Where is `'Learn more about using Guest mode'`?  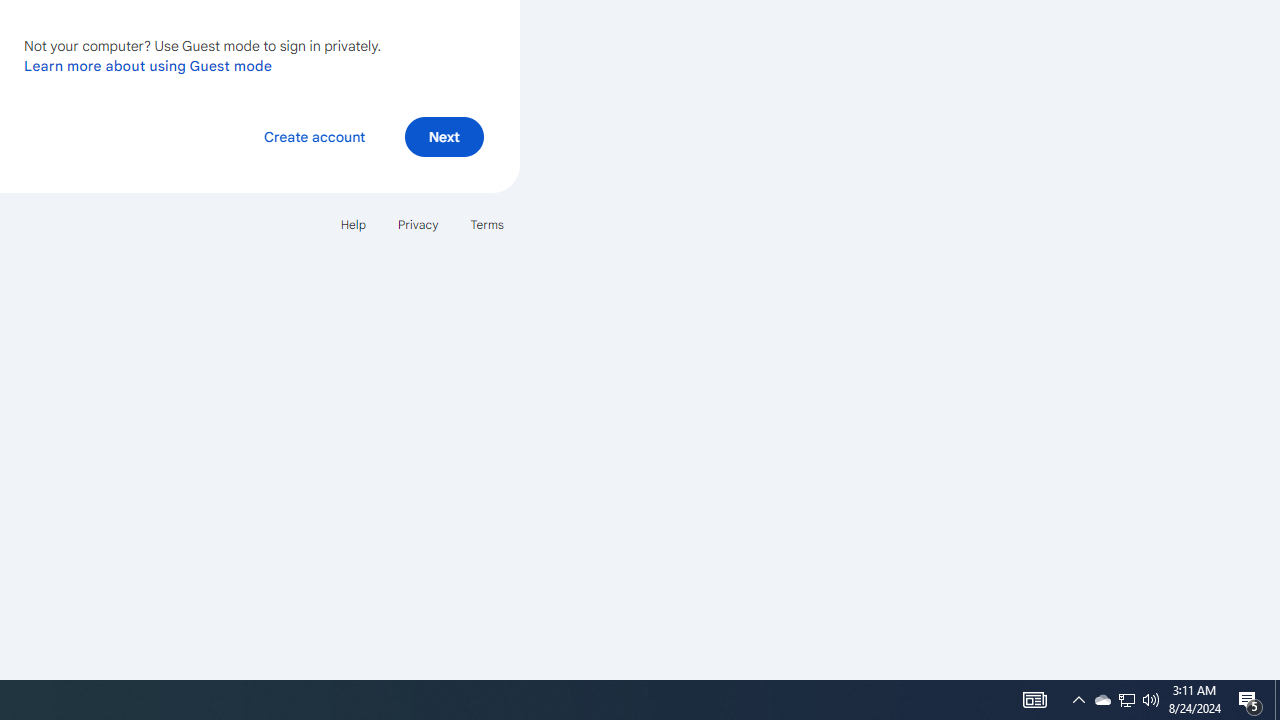 'Learn more about using Guest mode' is located at coordinates (147, 64).